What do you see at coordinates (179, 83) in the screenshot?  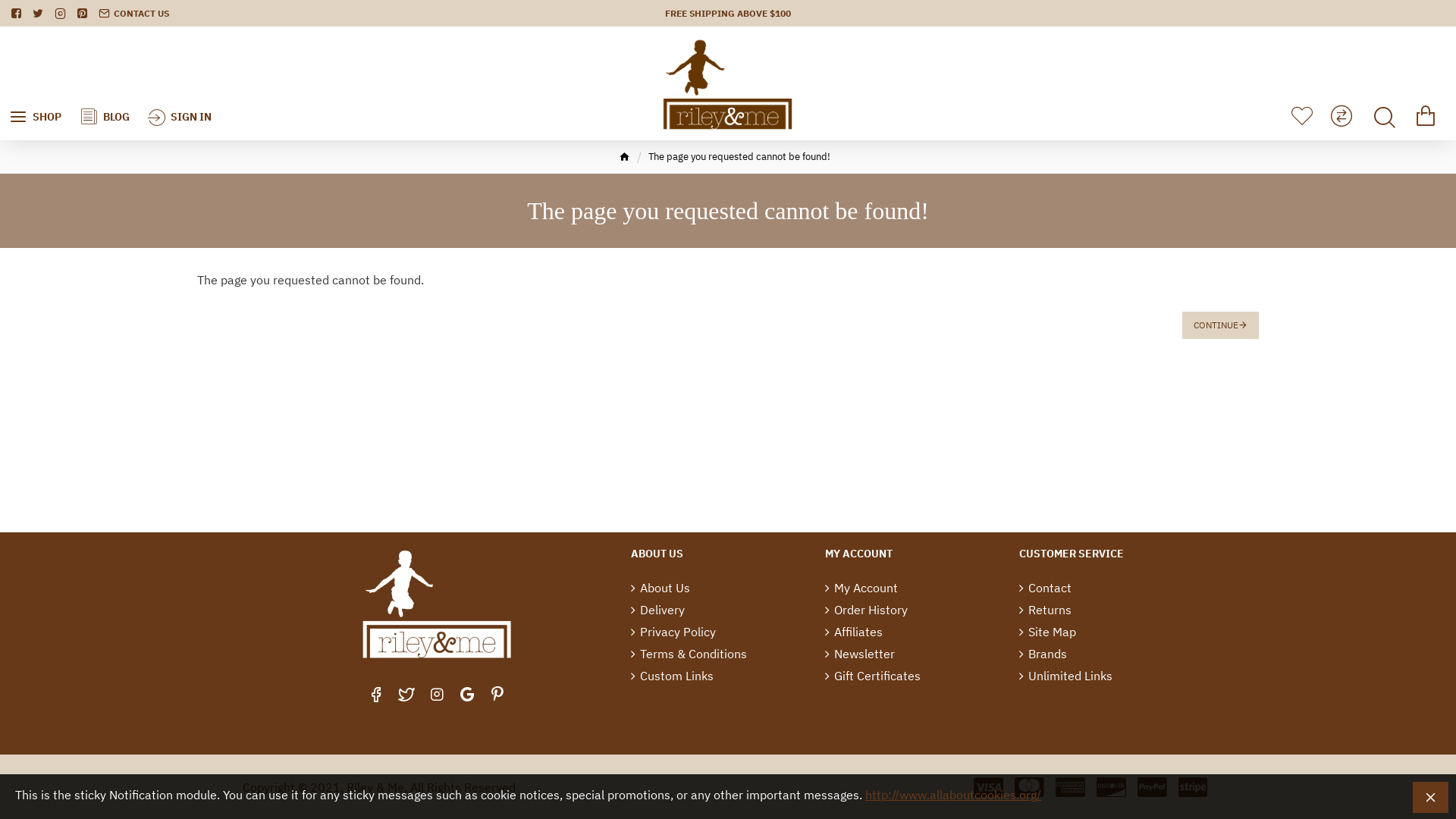 I see `'SIGN IN'` at bounding box center [179, 83].